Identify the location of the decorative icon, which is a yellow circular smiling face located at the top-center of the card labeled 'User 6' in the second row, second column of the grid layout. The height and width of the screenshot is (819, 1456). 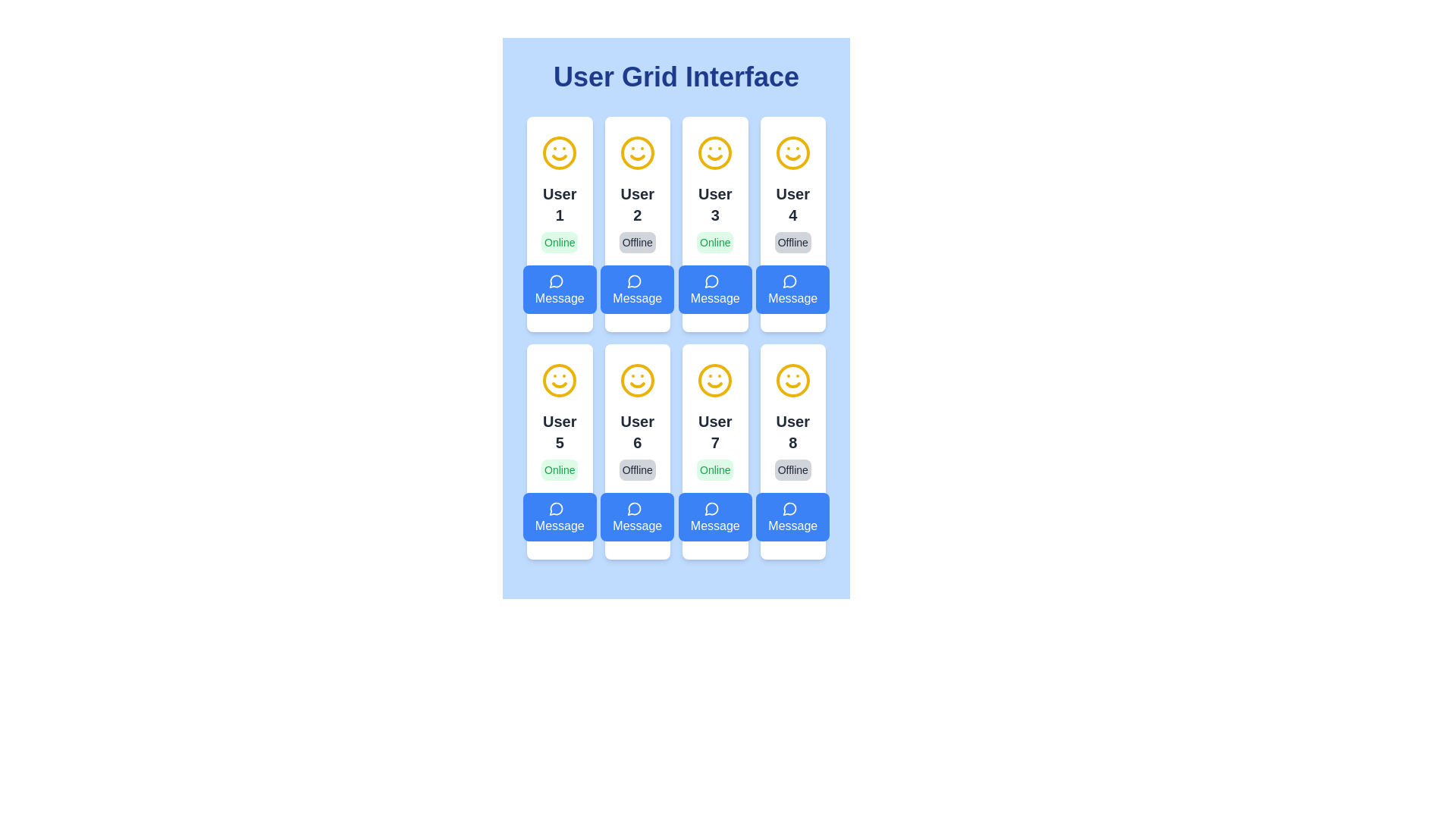
(637, 379).